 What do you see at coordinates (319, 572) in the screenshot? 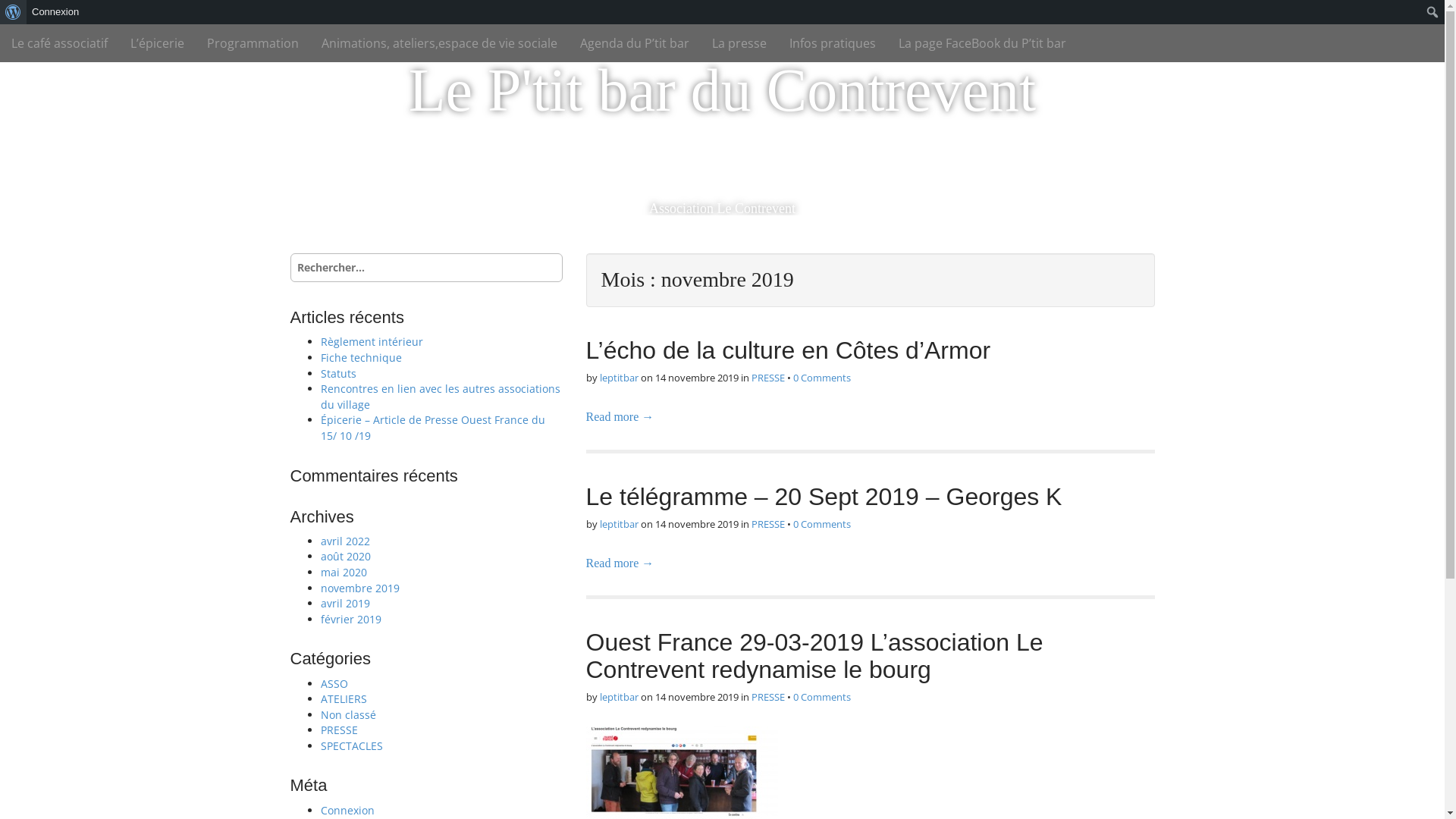
I see `'mai 2020'` at bounding box center [319, 572].